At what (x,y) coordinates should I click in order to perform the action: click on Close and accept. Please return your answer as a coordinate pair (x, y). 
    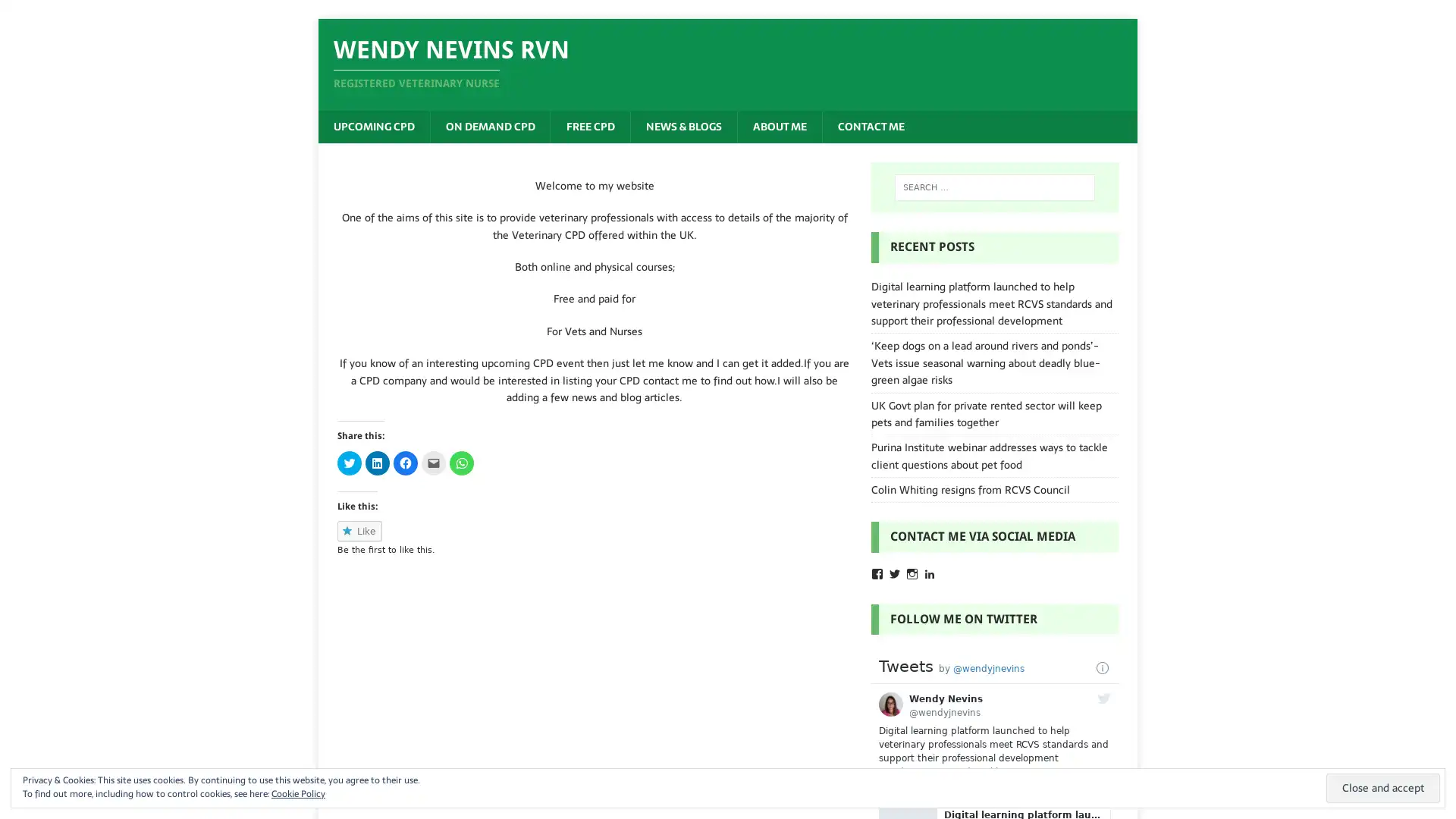
    Looking at the image, I should click on (1383, 787).